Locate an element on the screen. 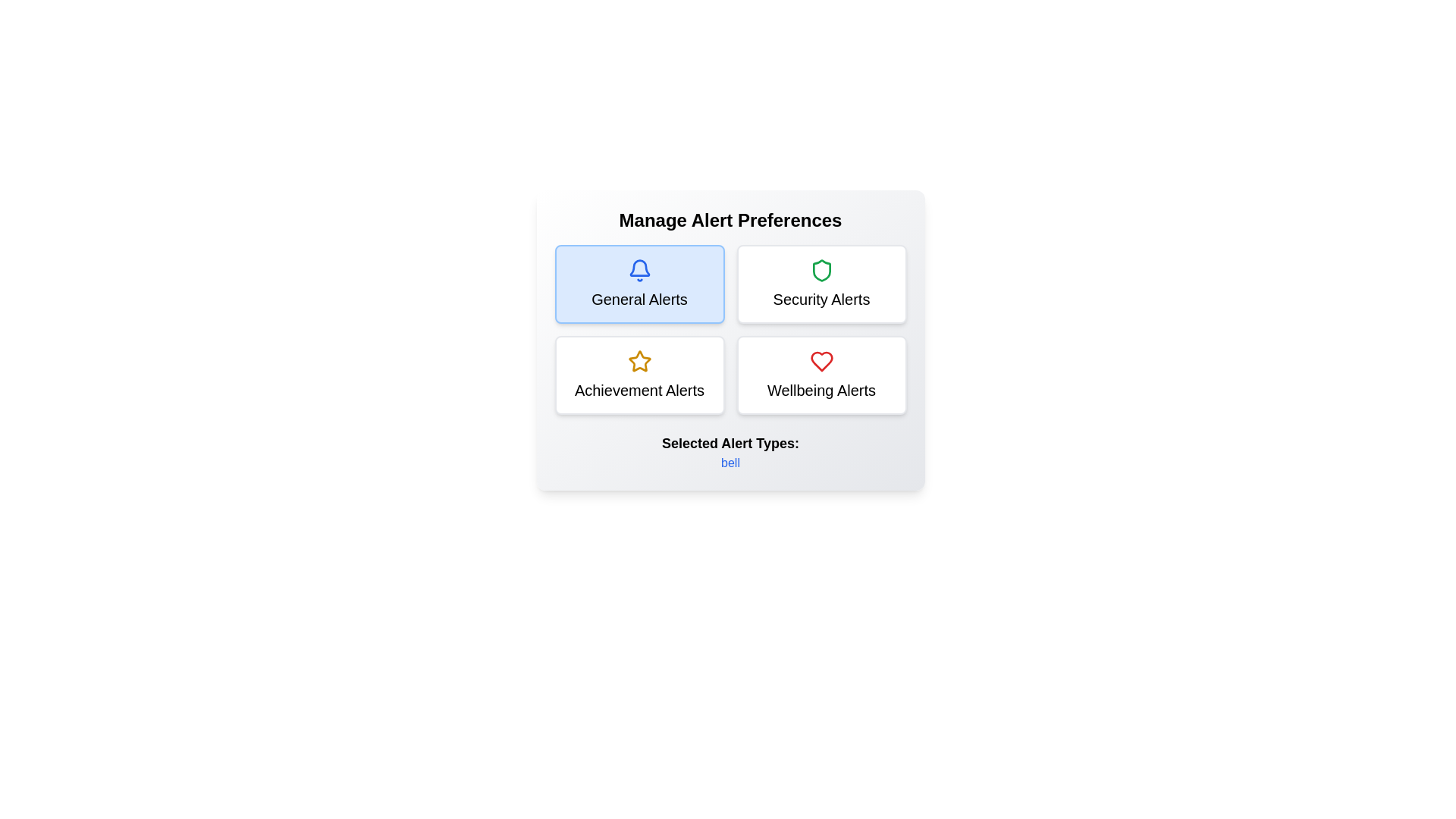 The width and height of the screenshot is (1456, 819). the alert type Wellbeing Alerts is located at coordinates (821, 375).